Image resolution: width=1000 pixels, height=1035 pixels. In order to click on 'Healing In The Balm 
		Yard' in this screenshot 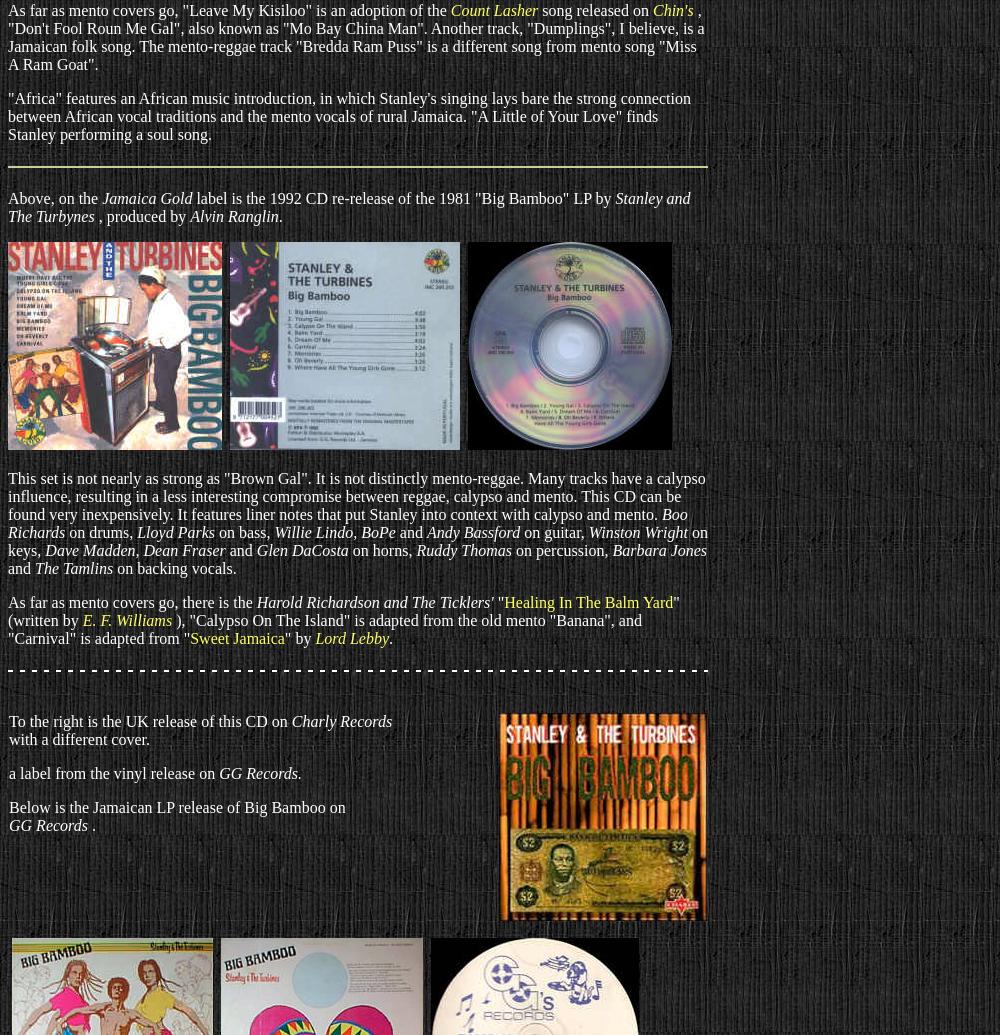, I will do `click(587, 601)`.